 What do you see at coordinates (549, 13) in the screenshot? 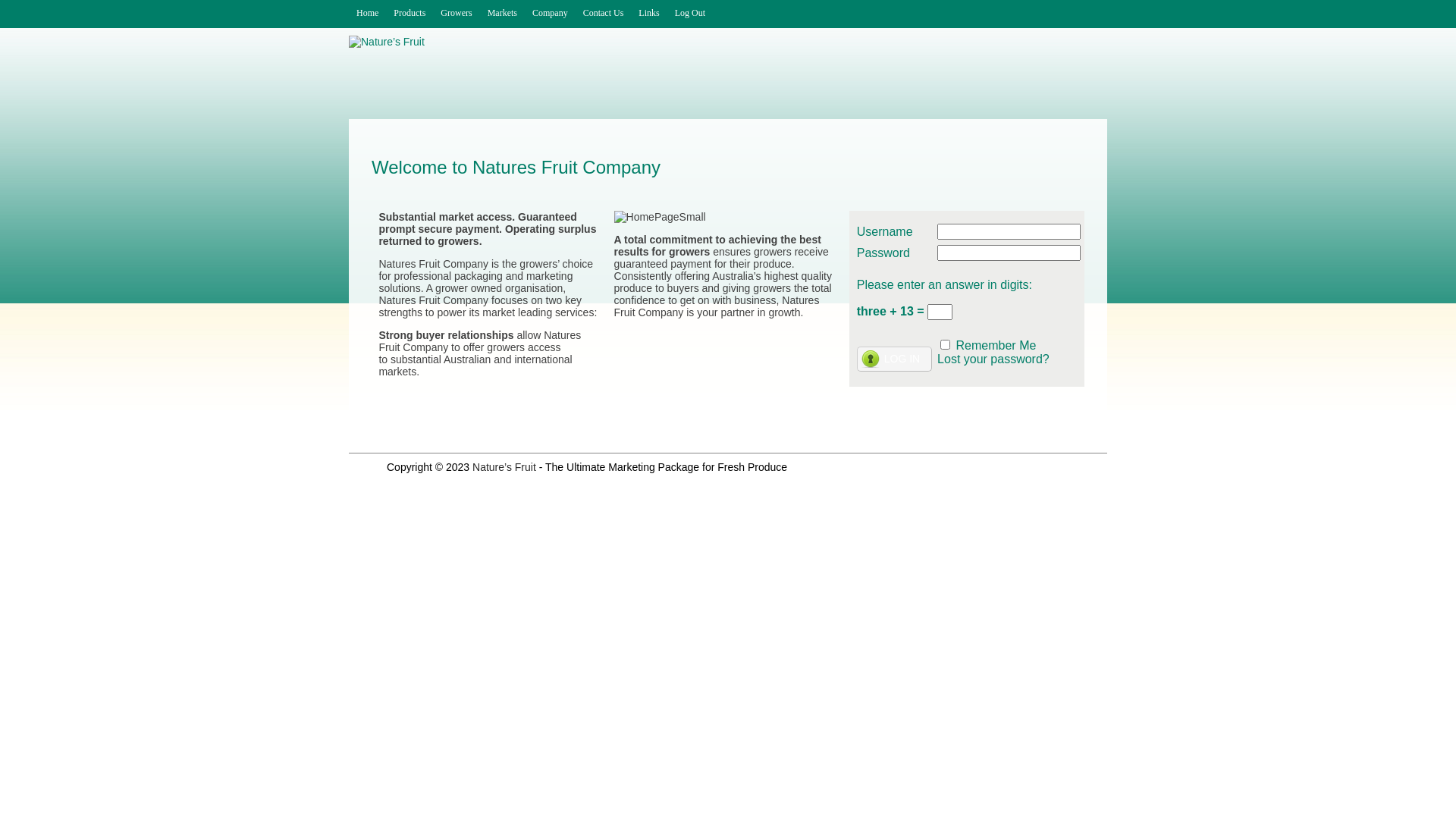
I see `'Company'` at bounding box center [549, 13].